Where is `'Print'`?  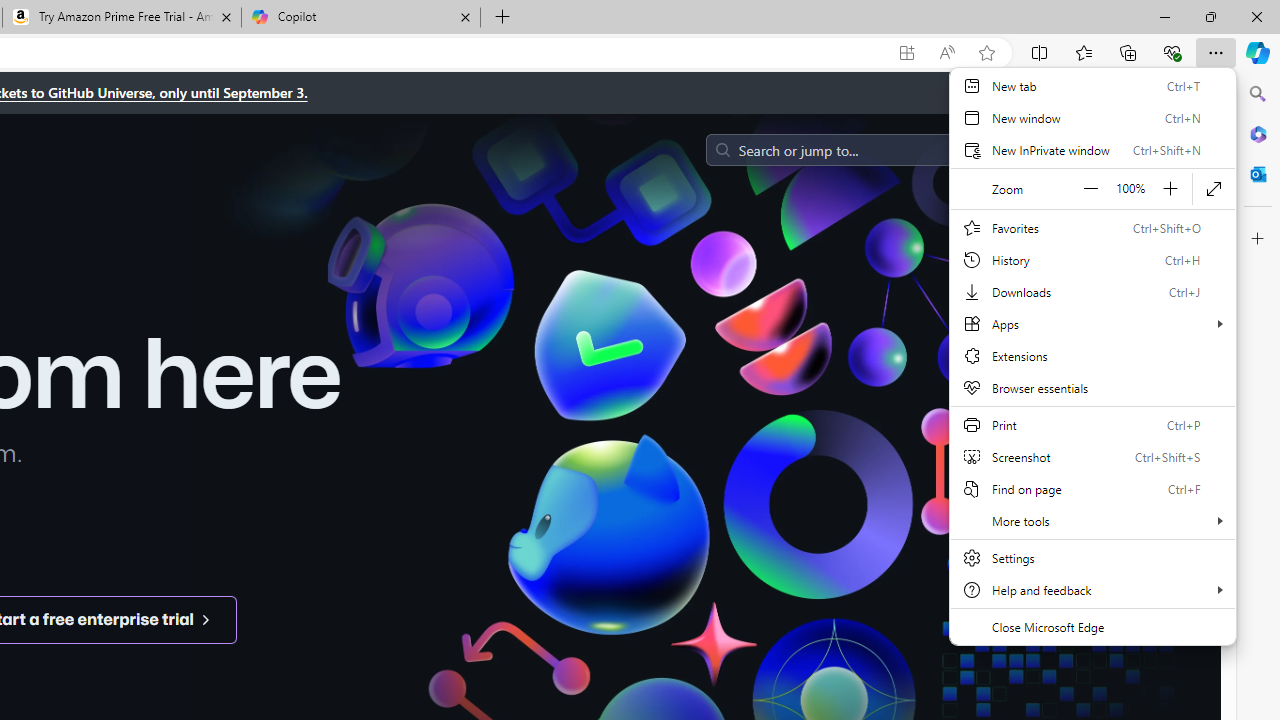 'Print' is located at coordinates (1092, 423).